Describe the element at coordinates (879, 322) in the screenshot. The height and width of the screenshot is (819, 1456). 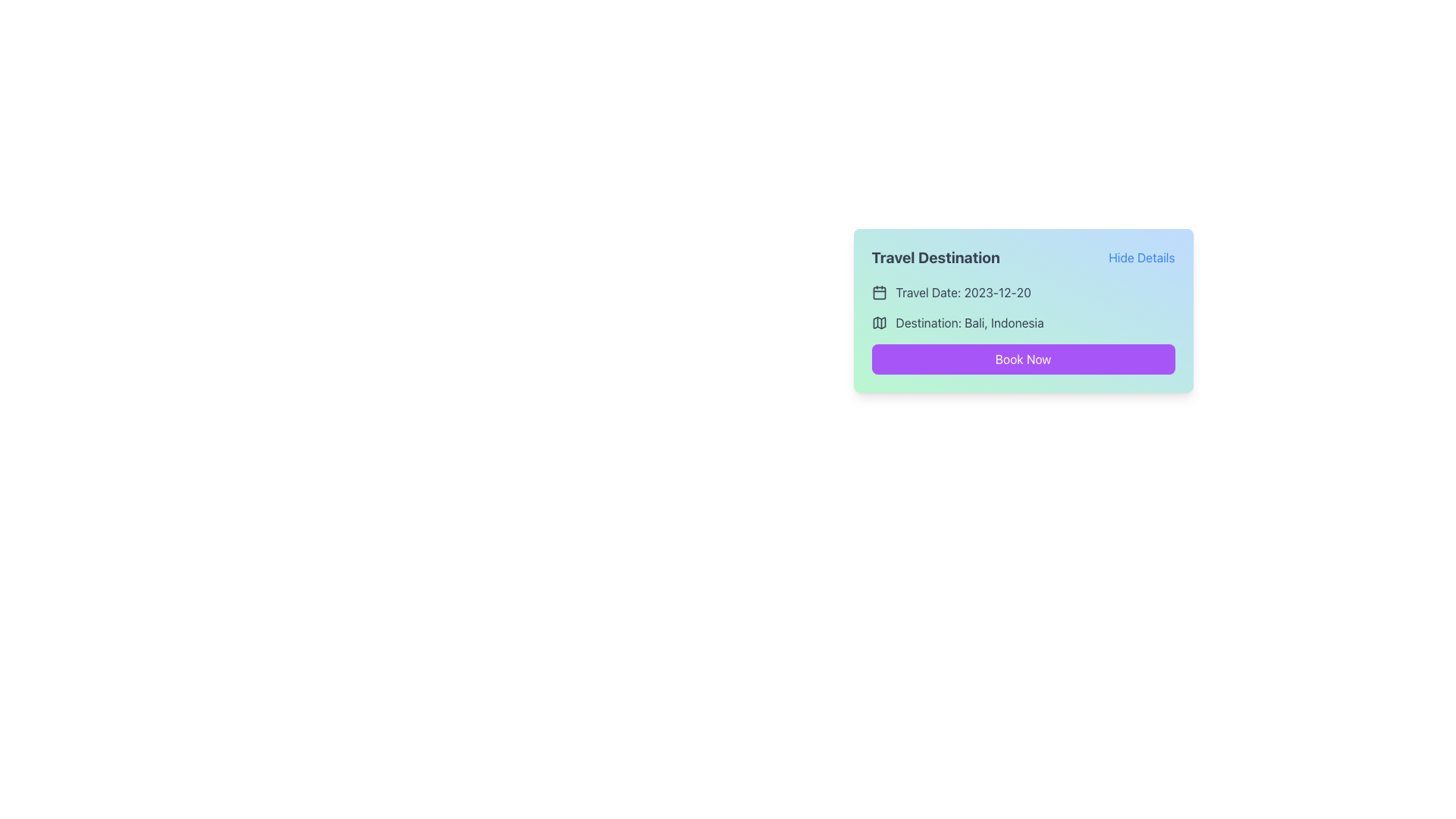
I see `the map icon located to the left of the text 'Destination: Bali, Indonesia' in the travel destination card` at that location.